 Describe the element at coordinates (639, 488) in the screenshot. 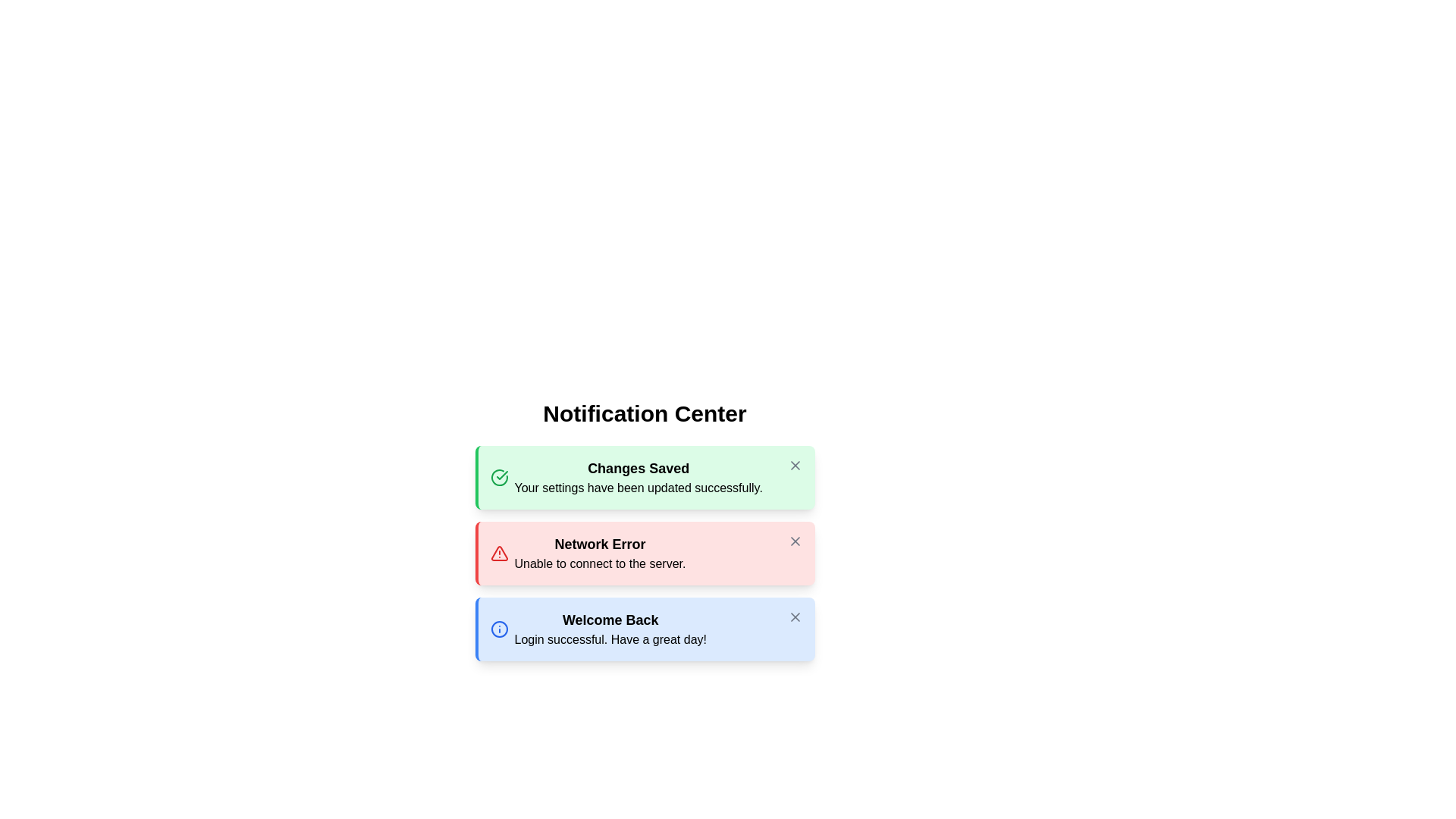

I see `status message displayed in the label located below the heading 'Changes Saved' in the notification card` at that location.